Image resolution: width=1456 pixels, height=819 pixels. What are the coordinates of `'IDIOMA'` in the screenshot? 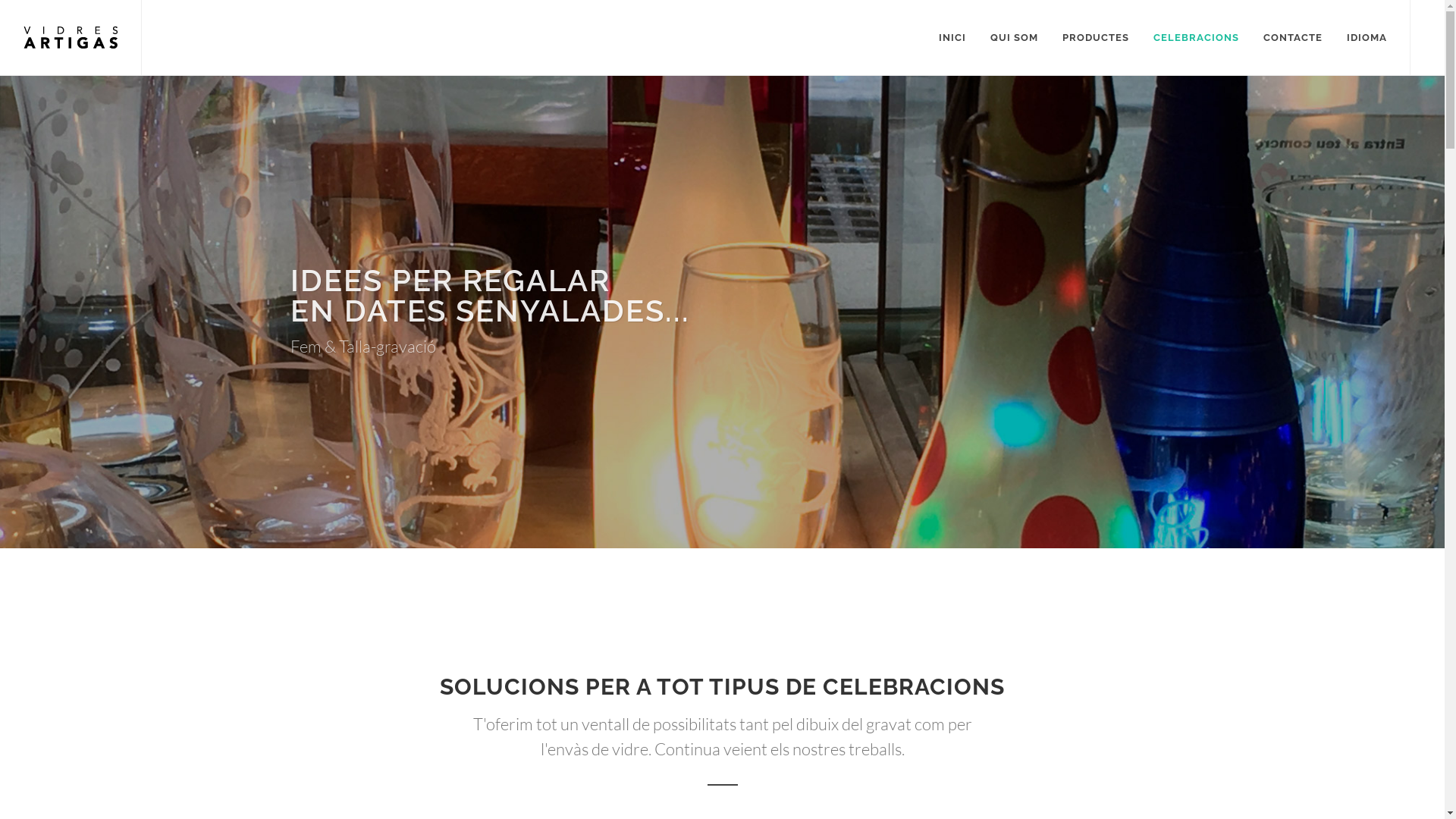 It's located at (1367, 37).